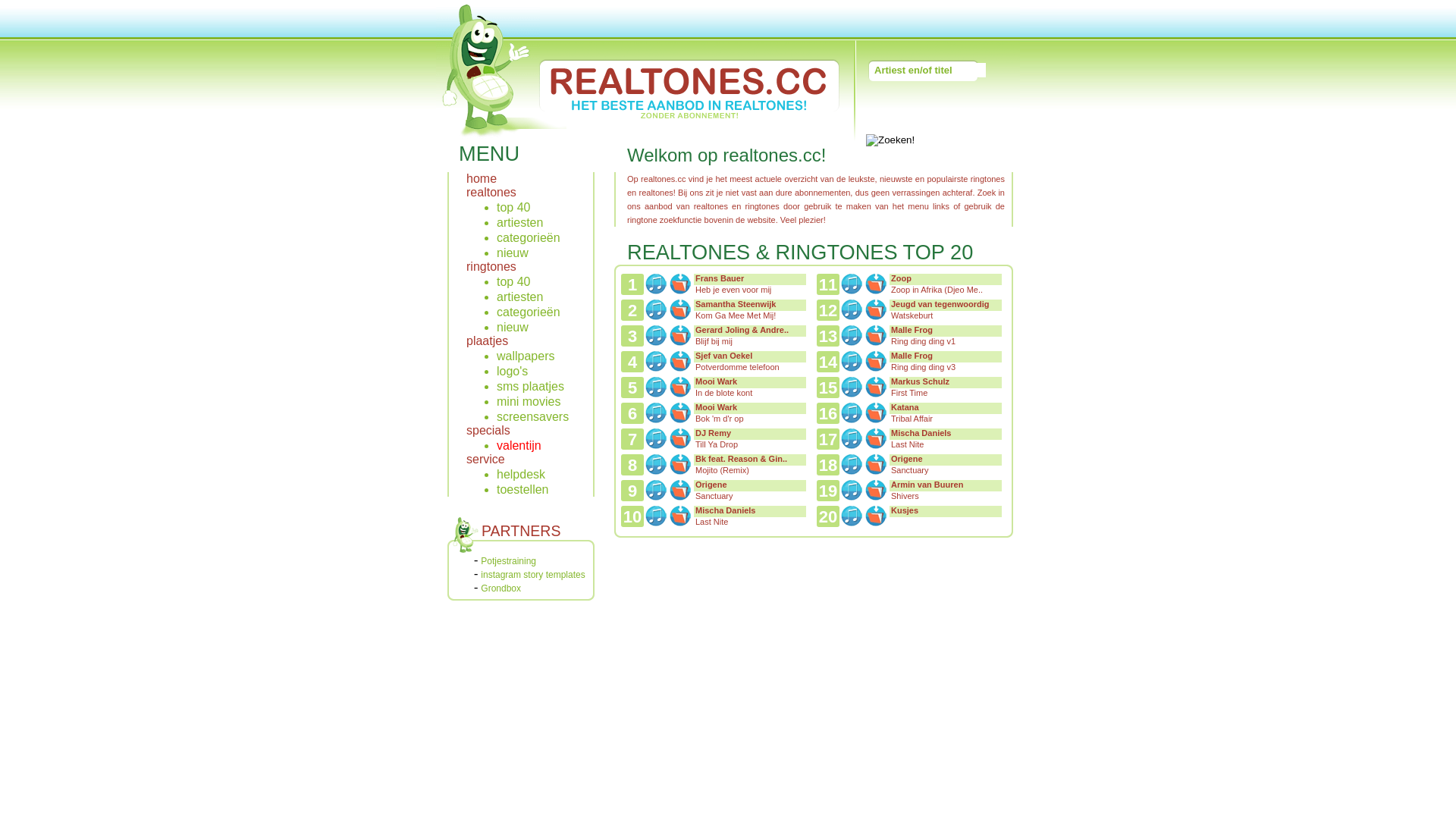 This screenshot has height=819, width=1456. What do you see at coordinates (528, 400) in the screenshot?
I see `'mini movies'` at bounding box center [528, 400].